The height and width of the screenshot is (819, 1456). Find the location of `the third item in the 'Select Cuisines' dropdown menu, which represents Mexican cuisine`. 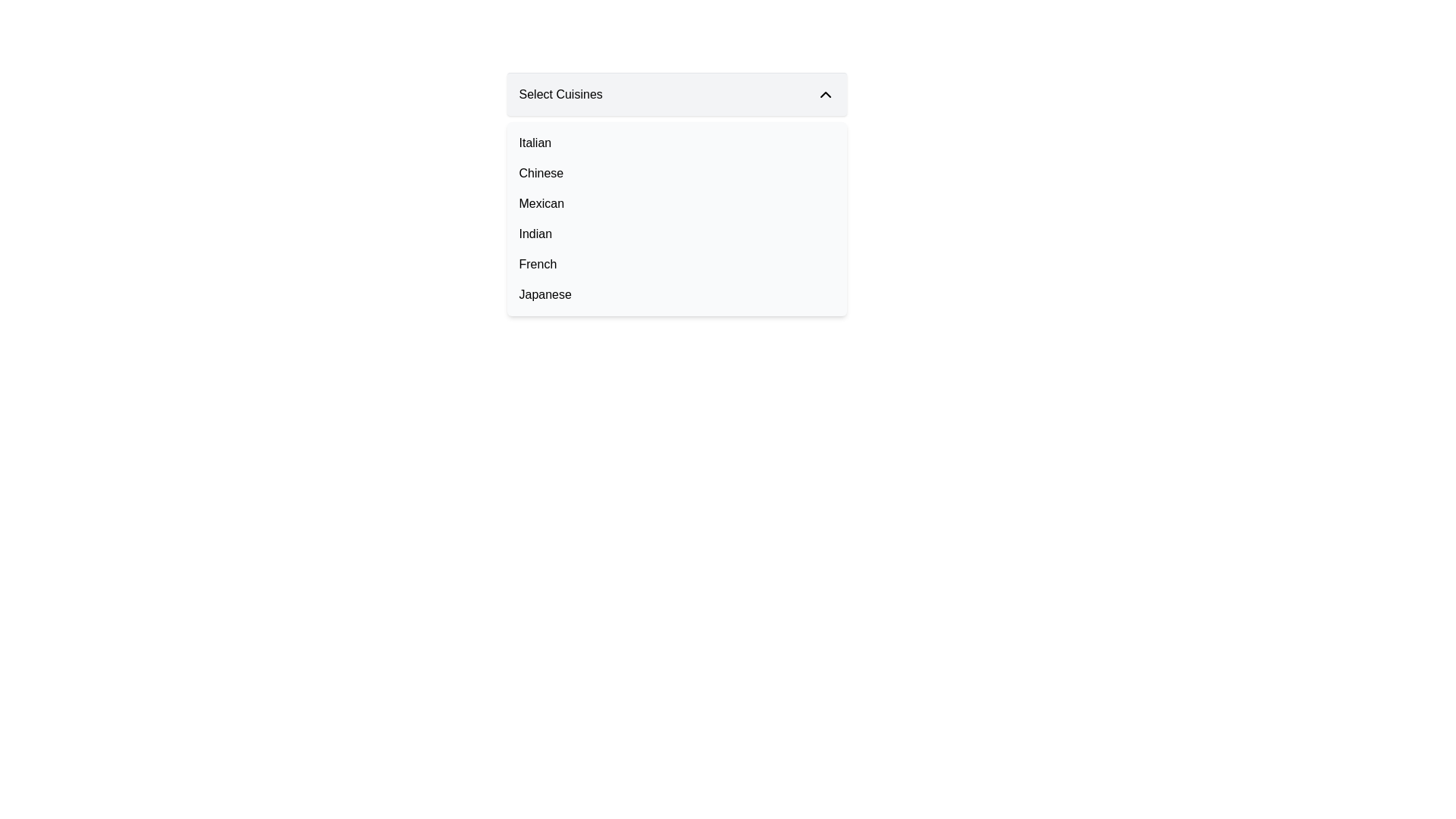

the third item in the 'Select Cuisines' dropdown menu, which represents Mexican cuisine is located at coordinates (541, 203).